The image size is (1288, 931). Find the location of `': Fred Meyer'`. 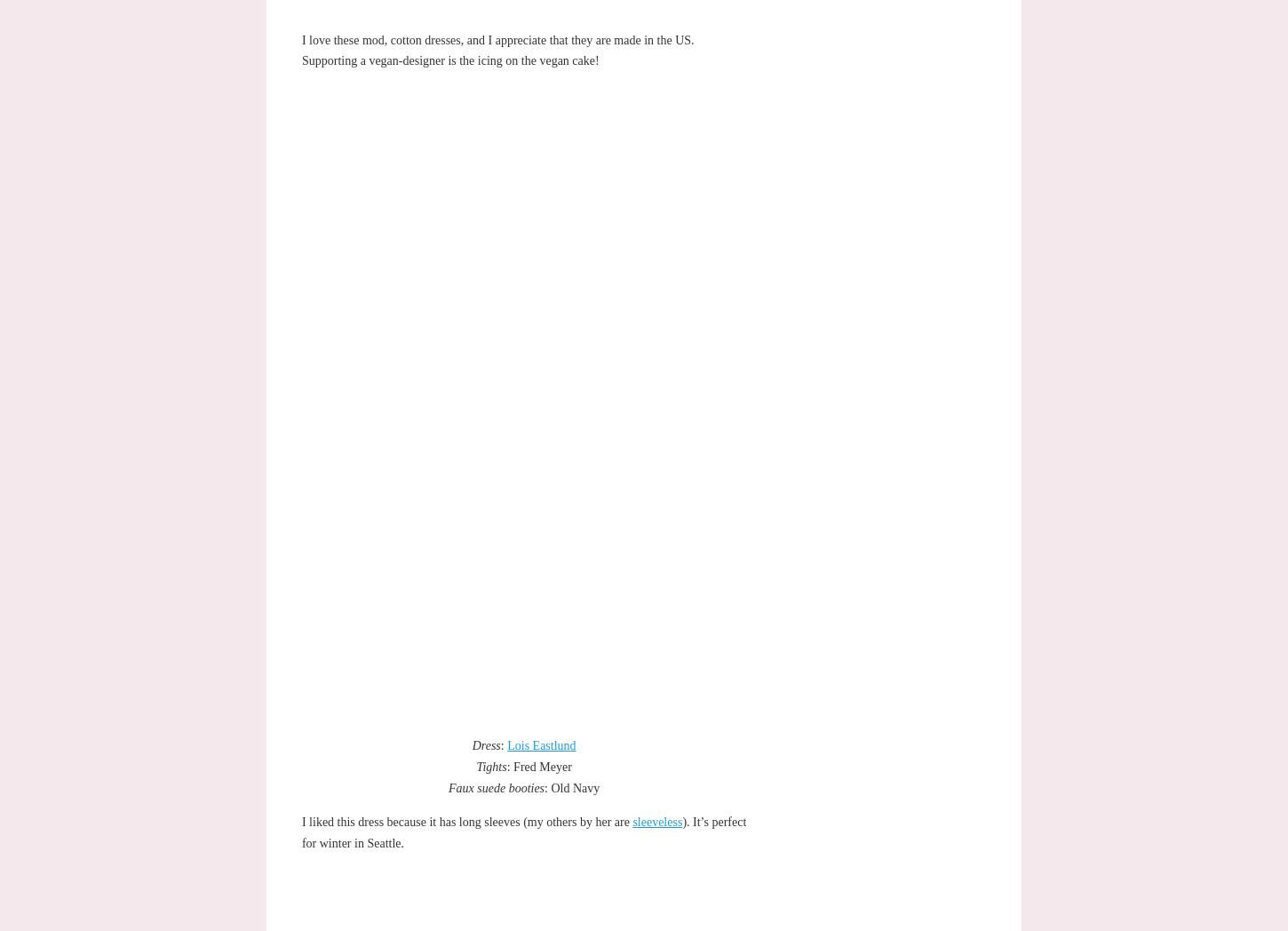

': Fred Meyer' is located at coordinates (537, 766).